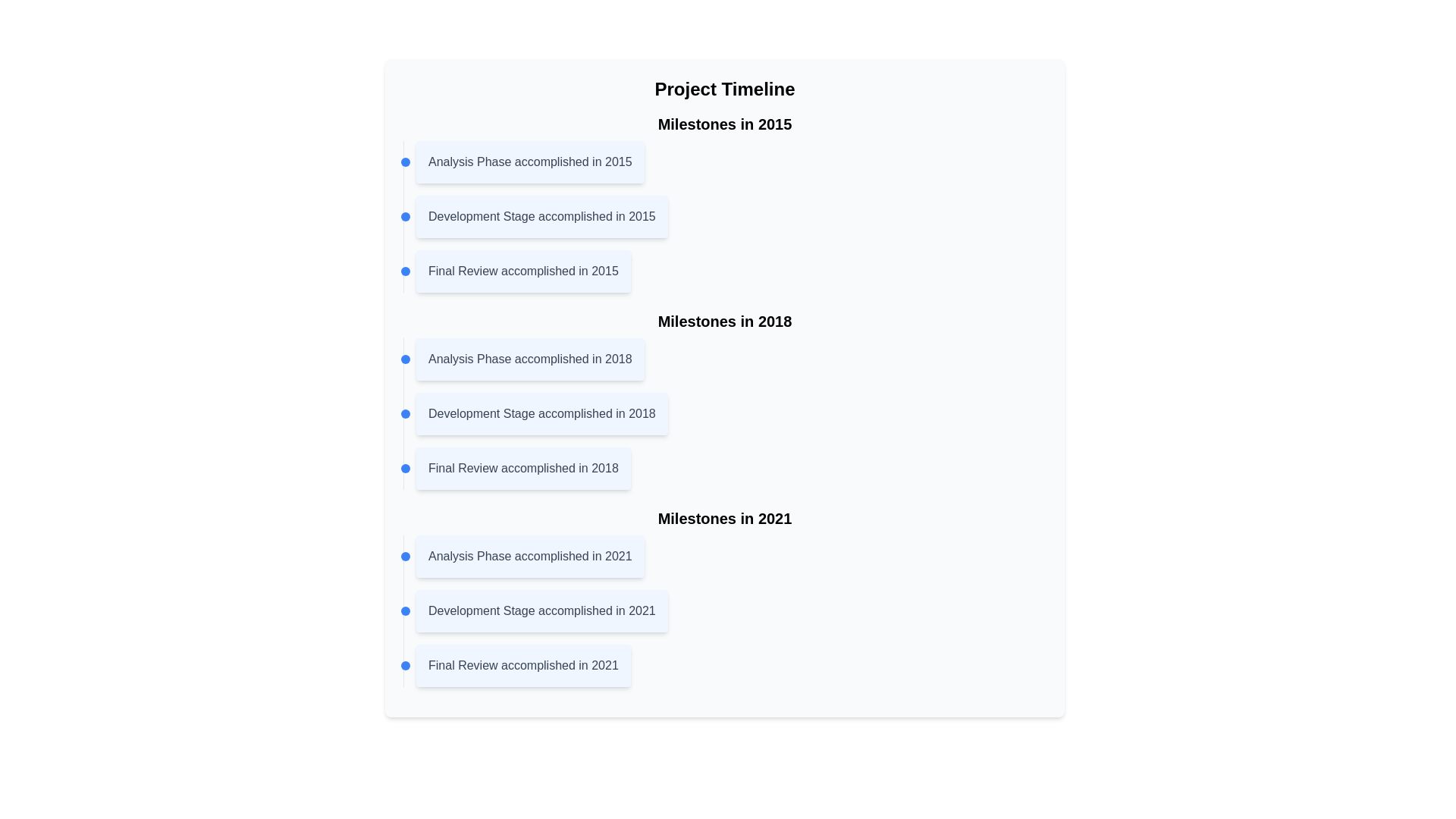  Describe the element at coordinates (523, 467) in the screenshot. I see `the Informational Label indicating the completion of the 'Final Review' stage in 2018, located under 'Milestones in 2018' in the vertical timeline layout` at that location.